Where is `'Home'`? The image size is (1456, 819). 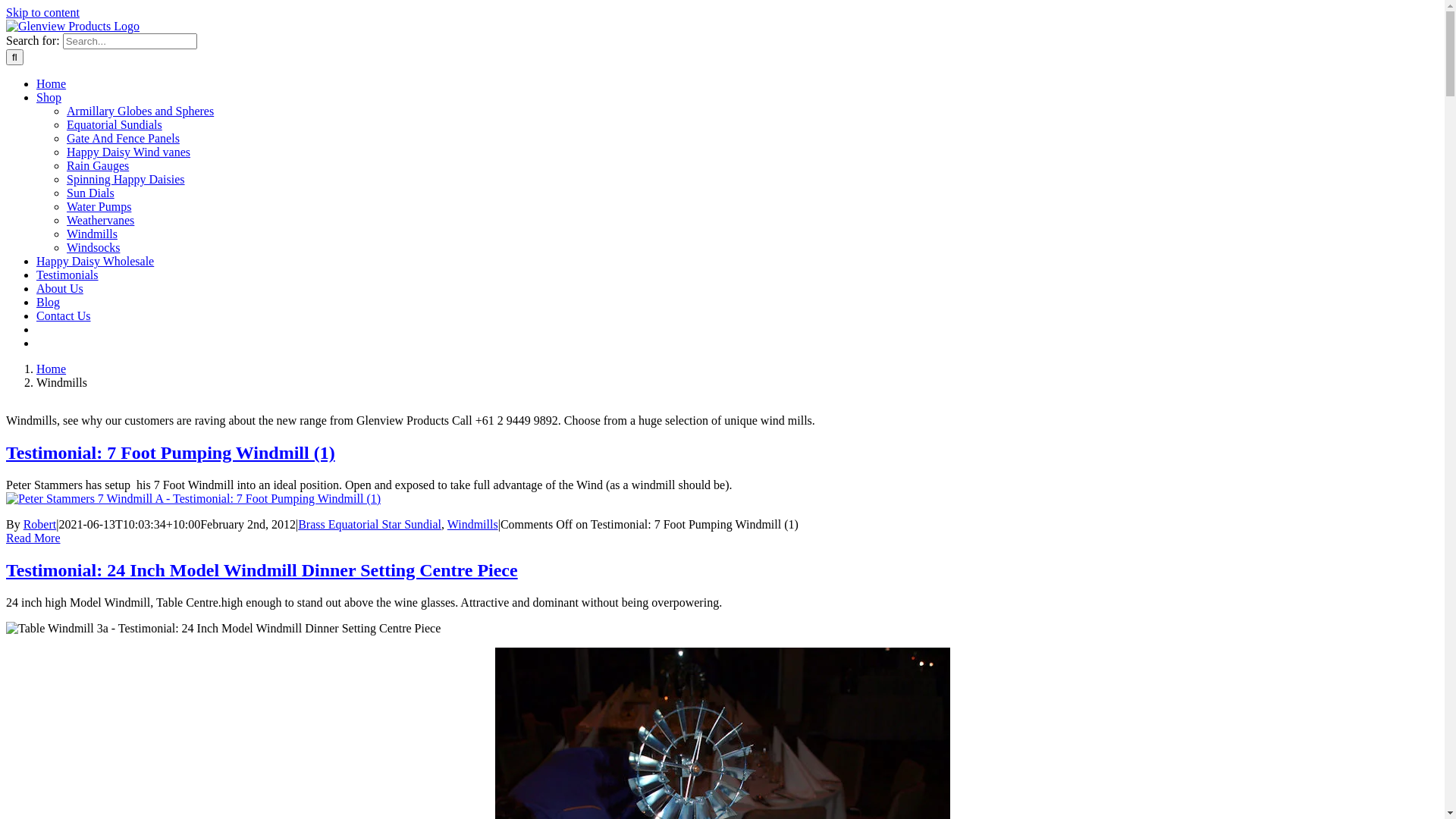
'Home' is located at coordinates (51, 83).